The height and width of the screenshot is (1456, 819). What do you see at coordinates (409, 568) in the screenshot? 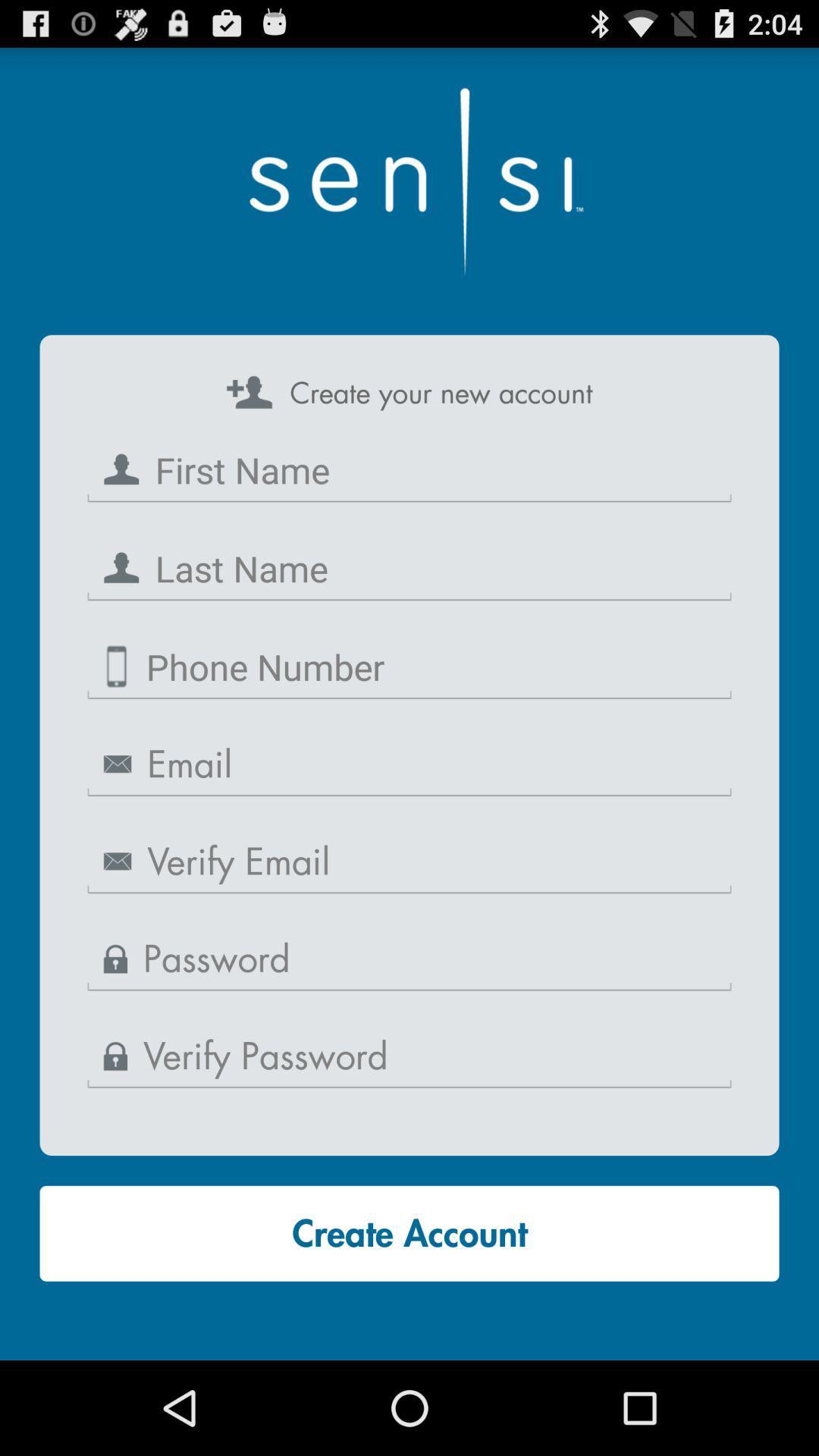
I see `input information` at bounding box center [409, 568].